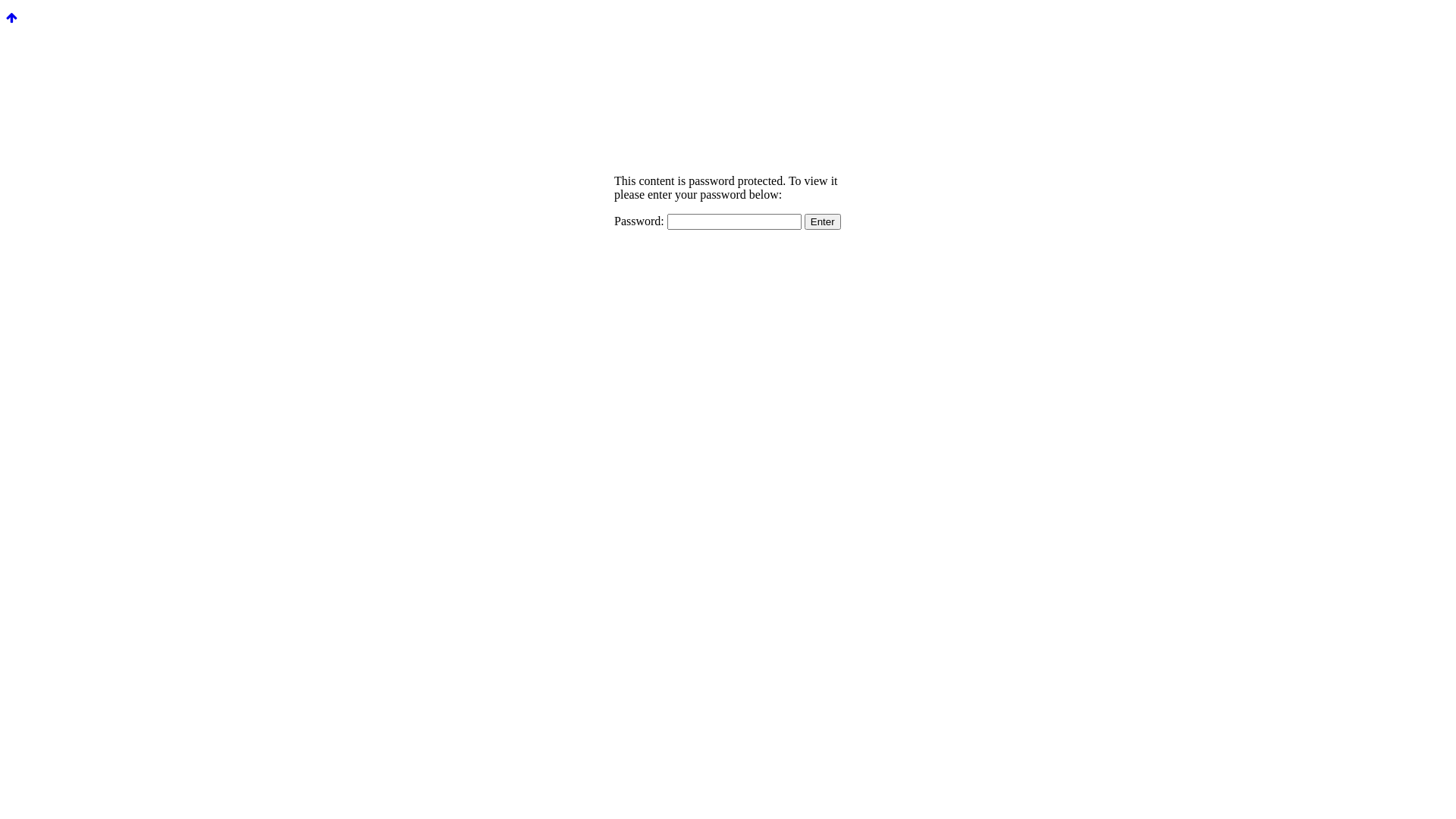  Describe the element at coordinates (821, 221) in the screenshot. I see `'Enter'` at that location.